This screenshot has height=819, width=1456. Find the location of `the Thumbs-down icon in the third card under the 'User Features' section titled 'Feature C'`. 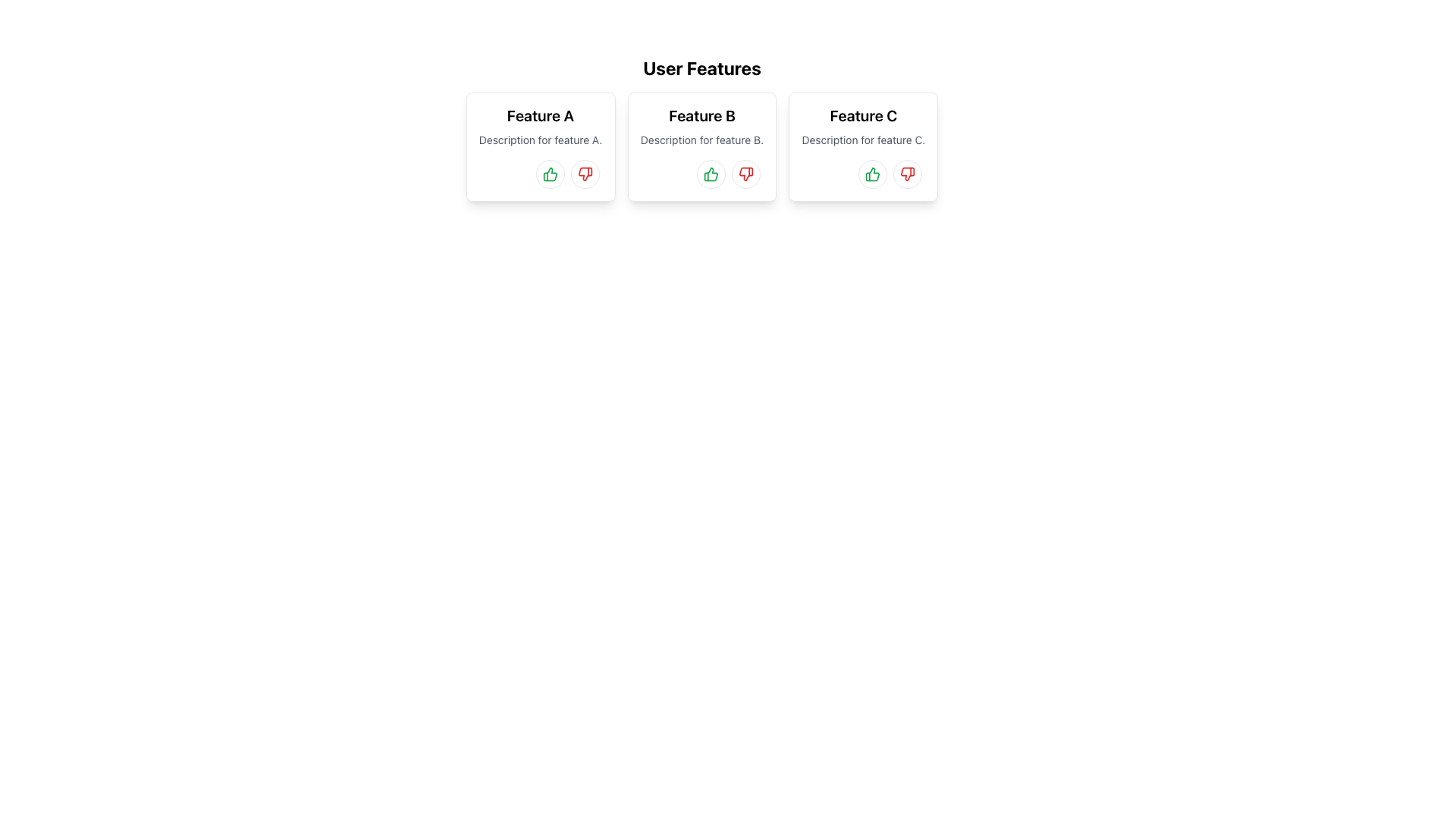

the Thumbs-down icon in the third card under the 'User Features' section titled 'Feature C' is located at coordinates (908, 174).